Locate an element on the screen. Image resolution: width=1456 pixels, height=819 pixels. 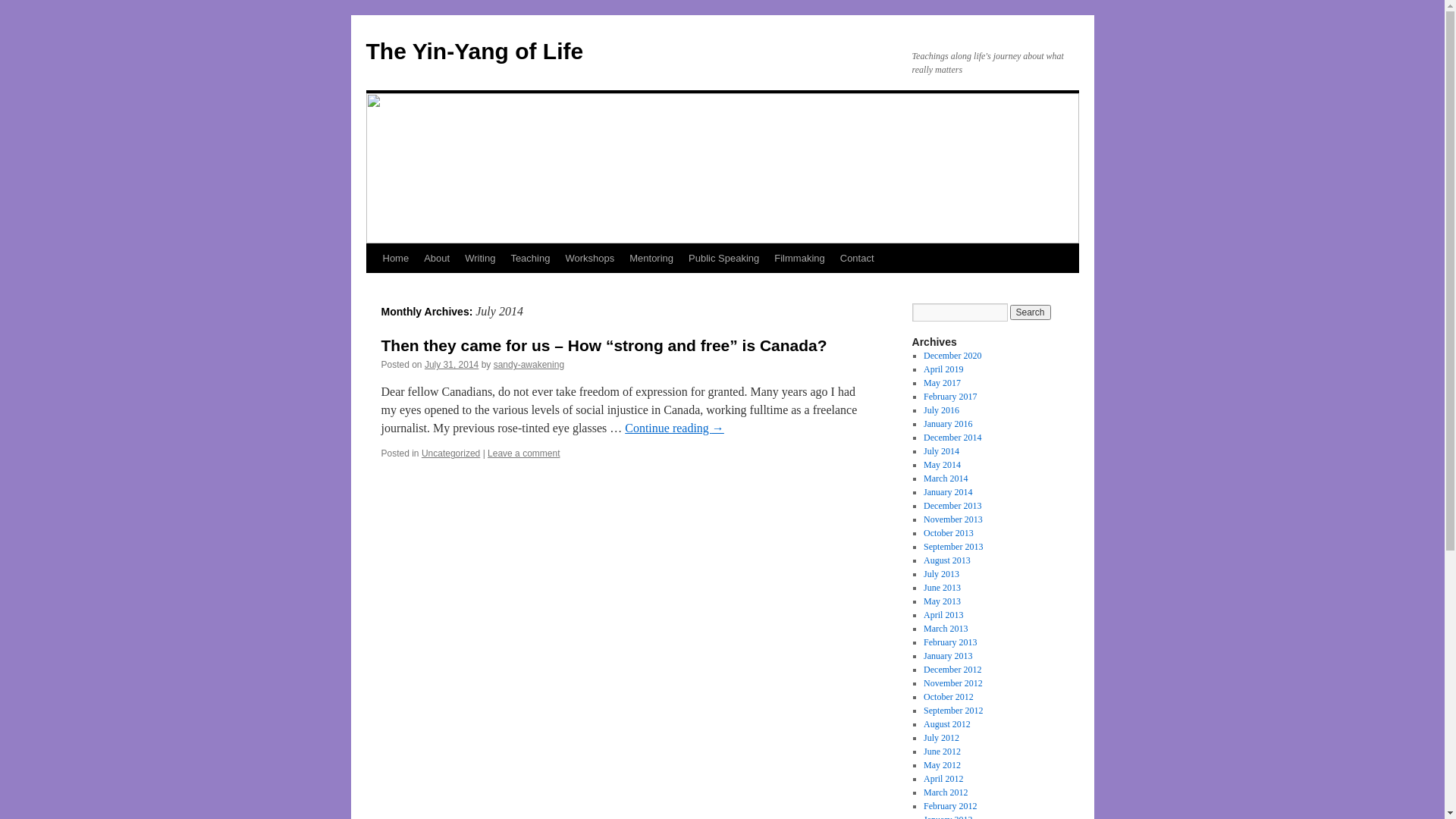
'June 2012' is located at coordinates (941, 752).